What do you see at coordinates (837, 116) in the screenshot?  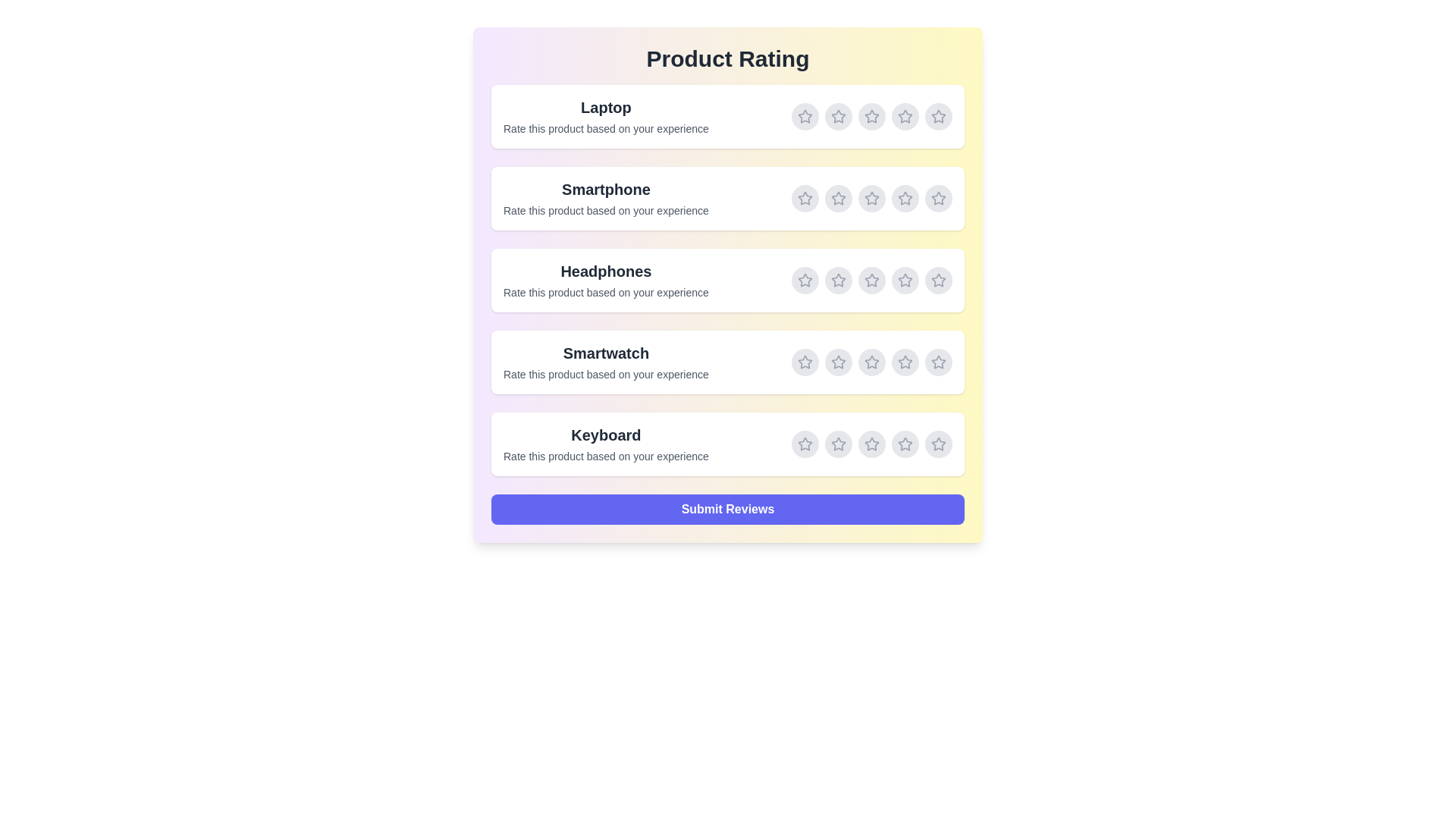 I see `the rating for Laptop to 2 stars` at bounding box center [837, 116].